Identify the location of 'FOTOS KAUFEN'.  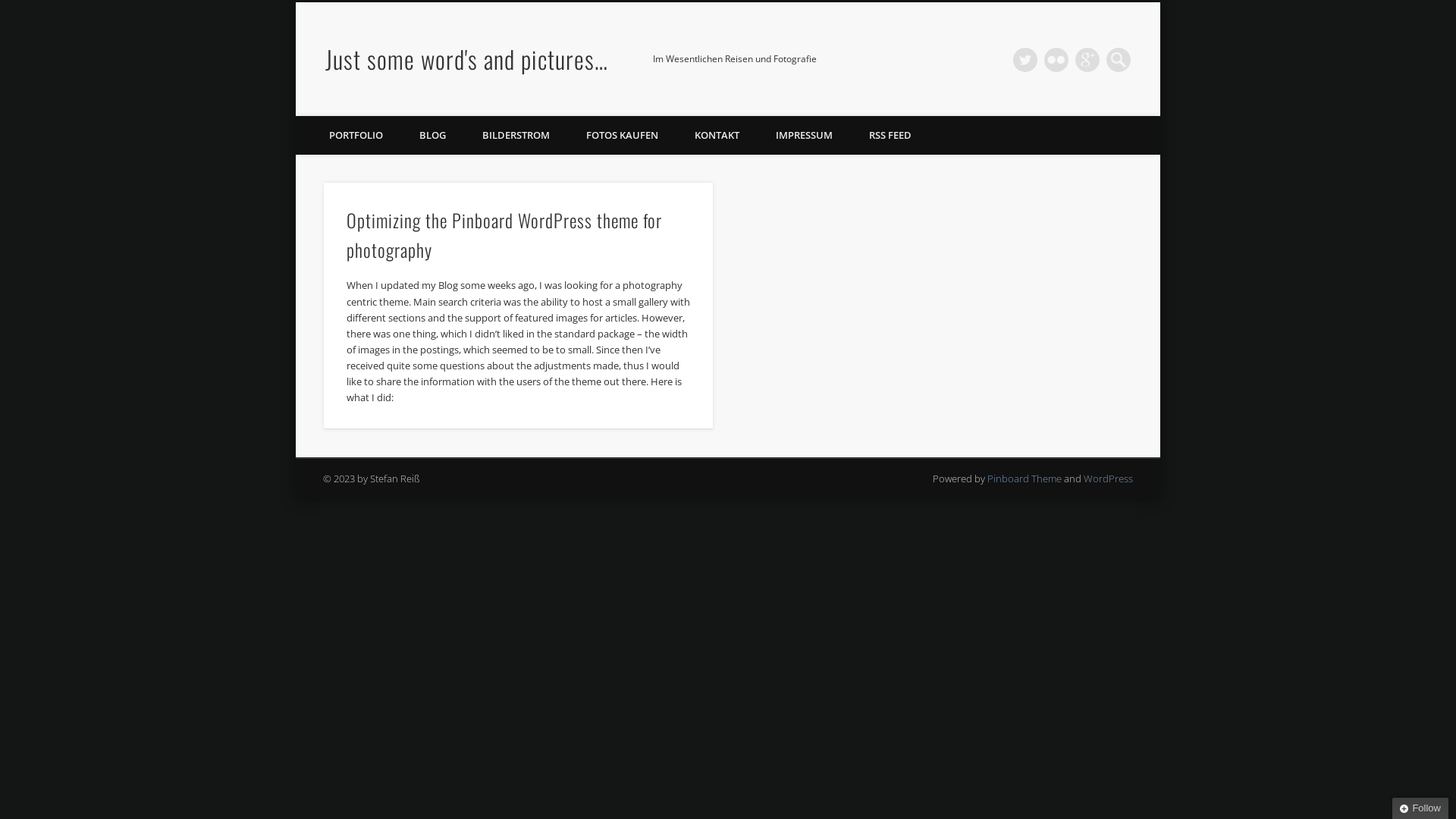
(622, 134).